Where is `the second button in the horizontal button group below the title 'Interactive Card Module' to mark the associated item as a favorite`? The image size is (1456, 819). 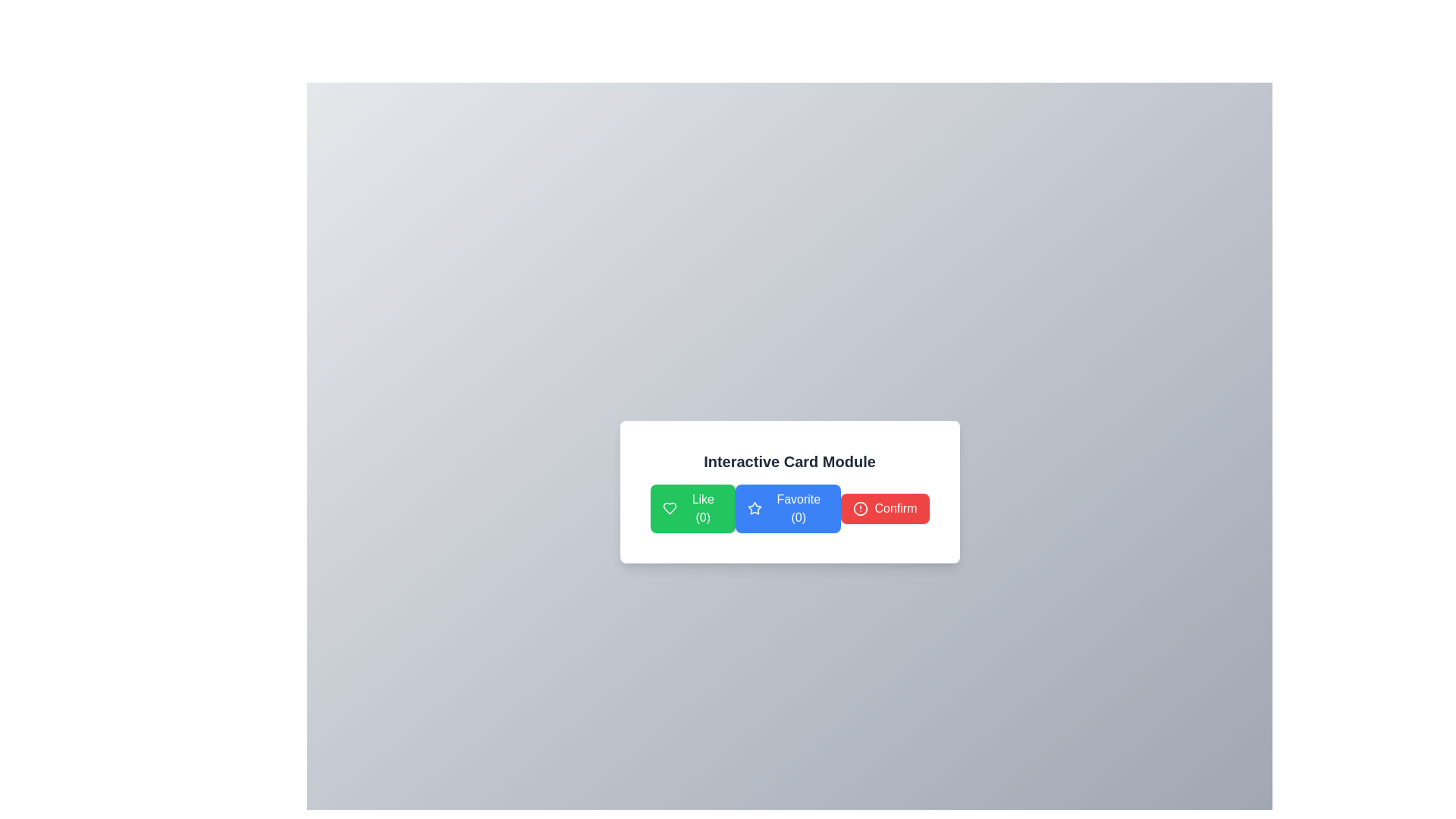 the second button in the horizontal button group below the title 'Interactive Card Module' to mark the associated item as a favorite is located at coordinates (789, 491).